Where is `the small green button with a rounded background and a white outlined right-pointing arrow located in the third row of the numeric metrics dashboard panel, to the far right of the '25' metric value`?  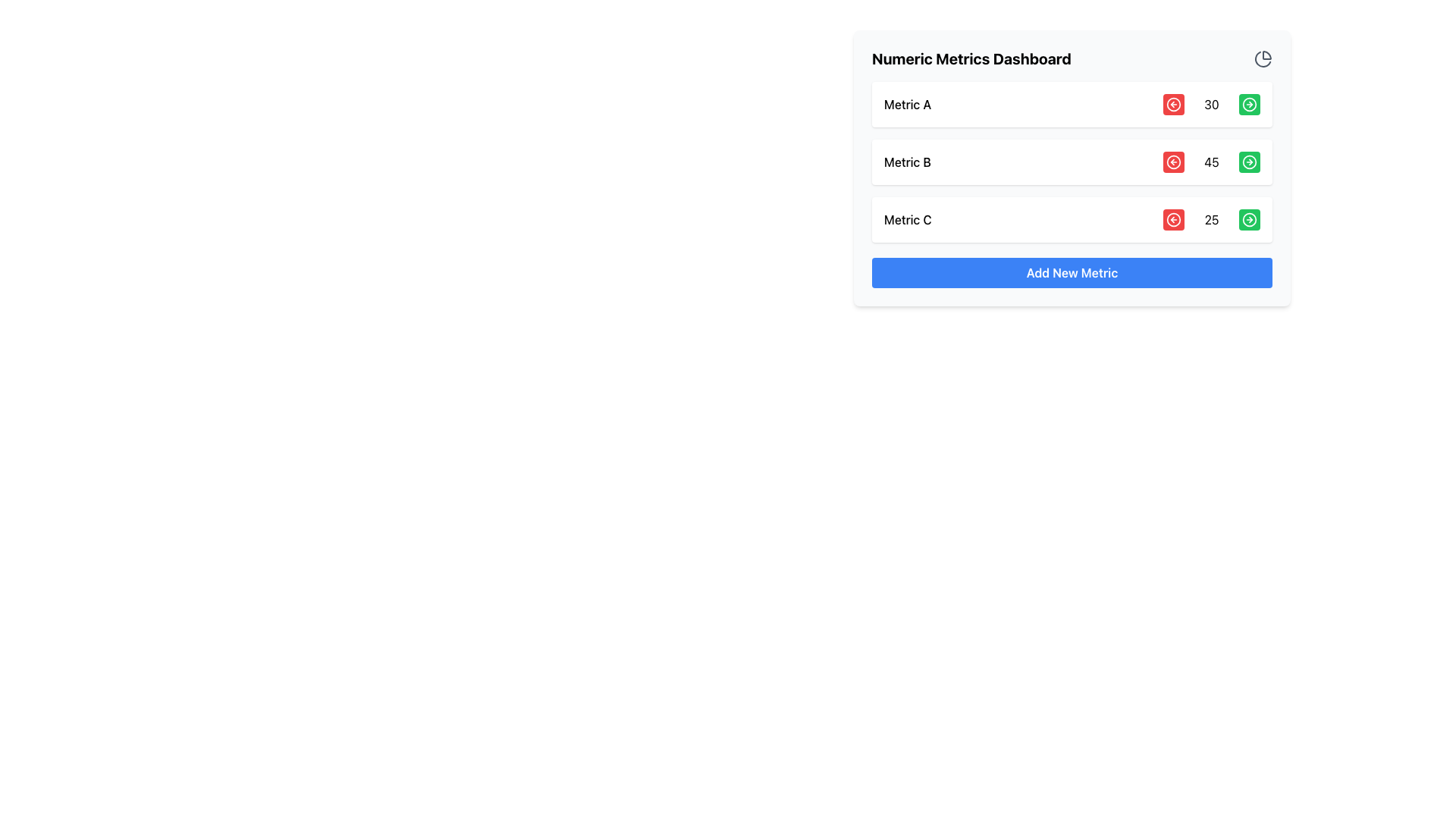 the small green button with a rounded background and a white outlined right-pointing arrow located in the third row of the numeric metrics dashboard panel, to the far right of the '25' metric value is located at coordinates (1249, 219).